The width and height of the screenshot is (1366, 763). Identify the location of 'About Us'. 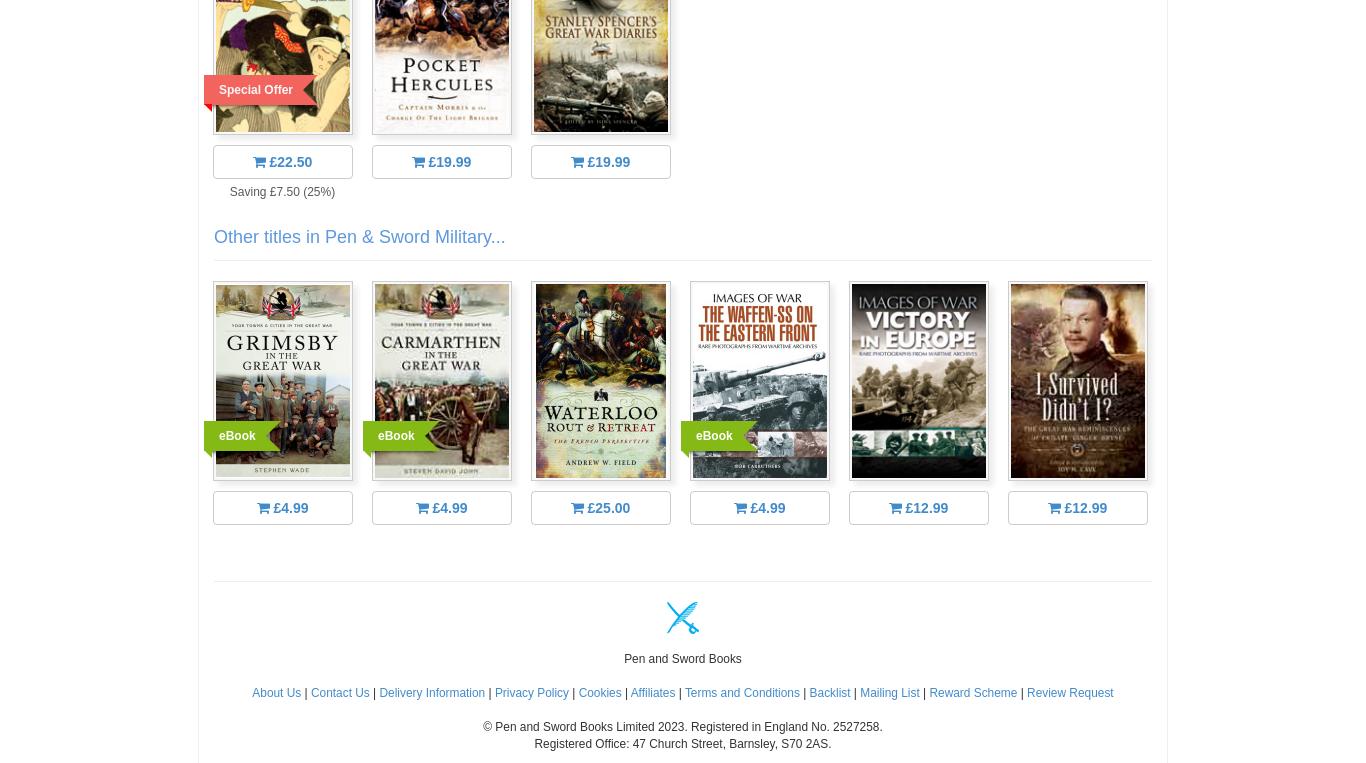
(276, 692).